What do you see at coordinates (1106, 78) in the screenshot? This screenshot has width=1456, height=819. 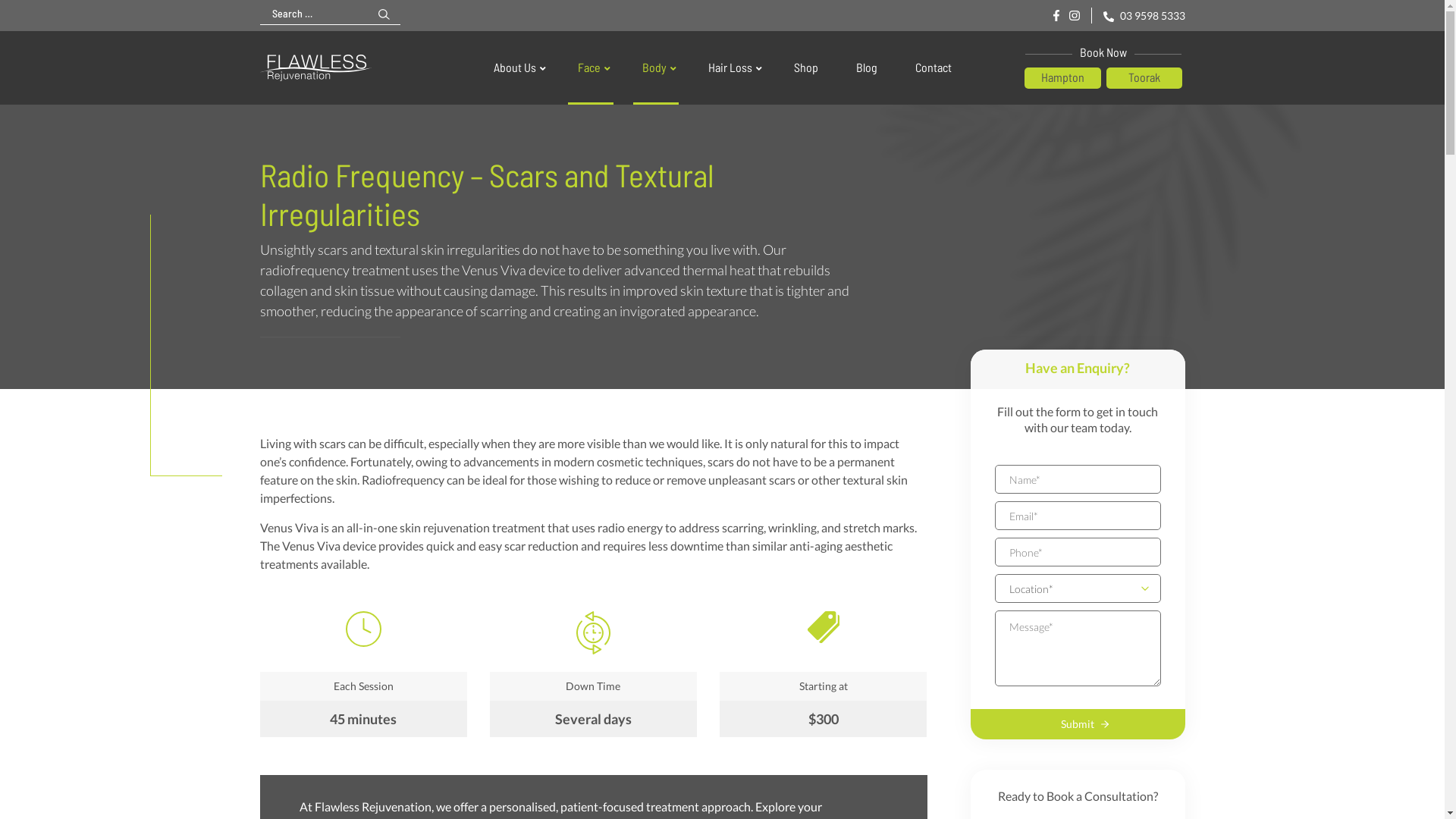 I see `'Toorak'` at bounding box center [1106, 78].